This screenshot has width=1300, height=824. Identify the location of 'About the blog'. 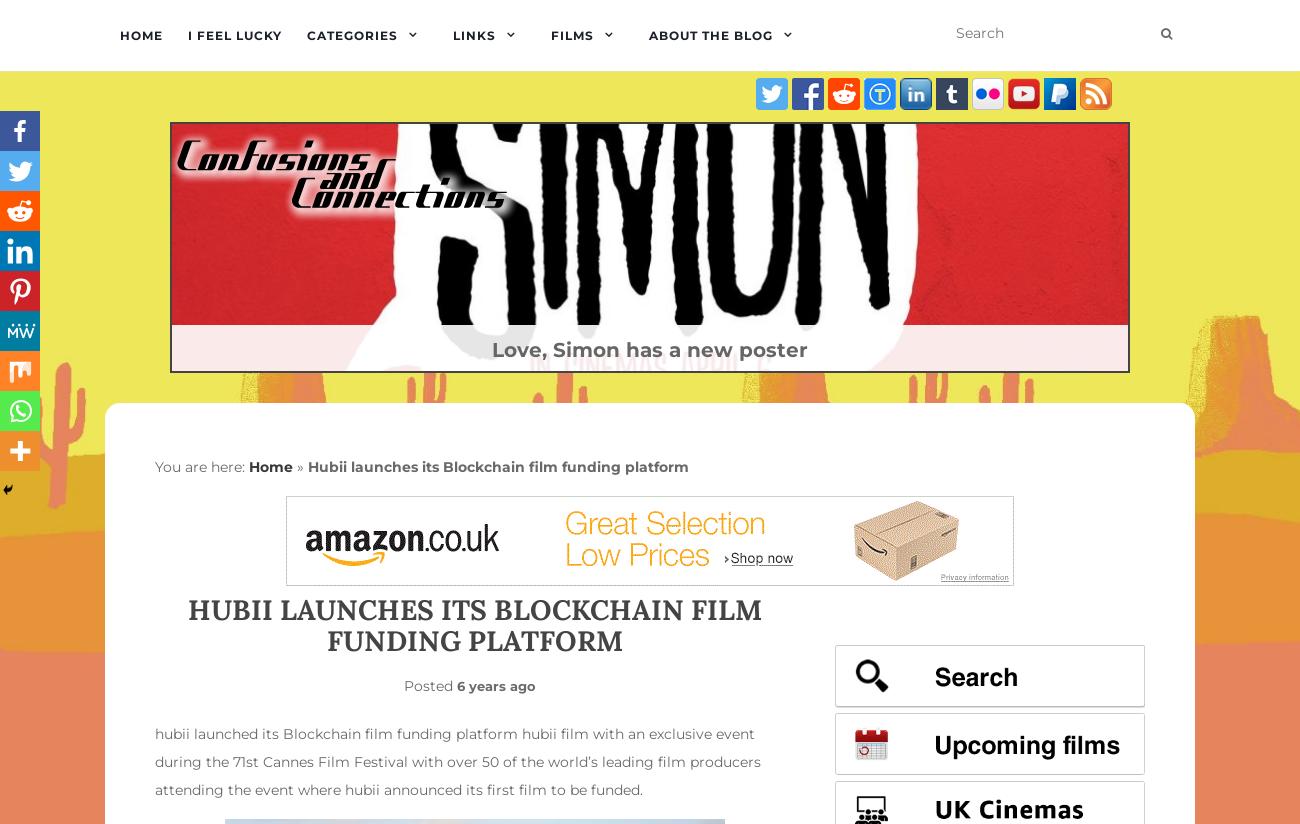
(648, 35).